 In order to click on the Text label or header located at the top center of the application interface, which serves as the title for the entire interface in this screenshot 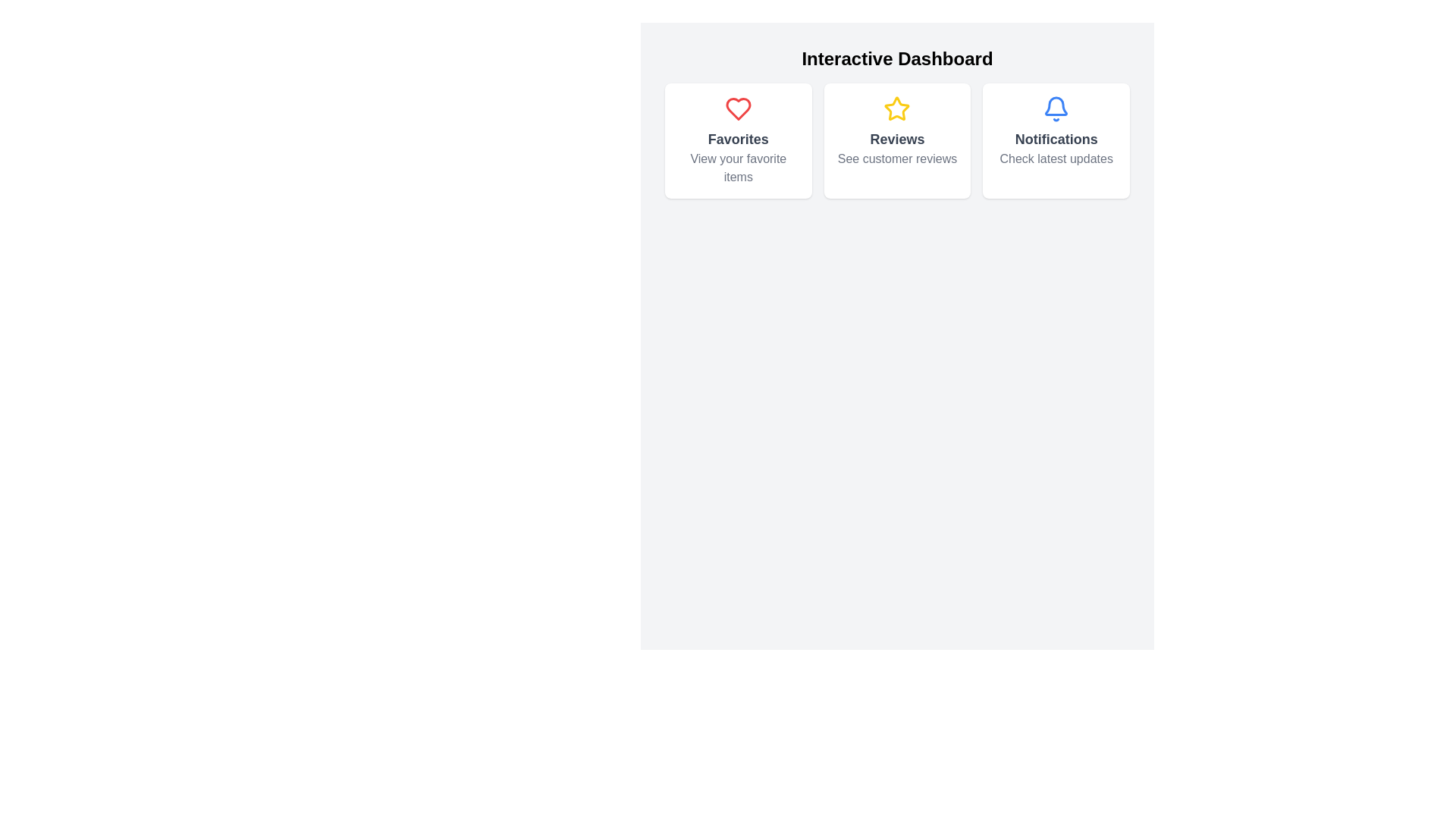, I will do `click(897, 58)`.